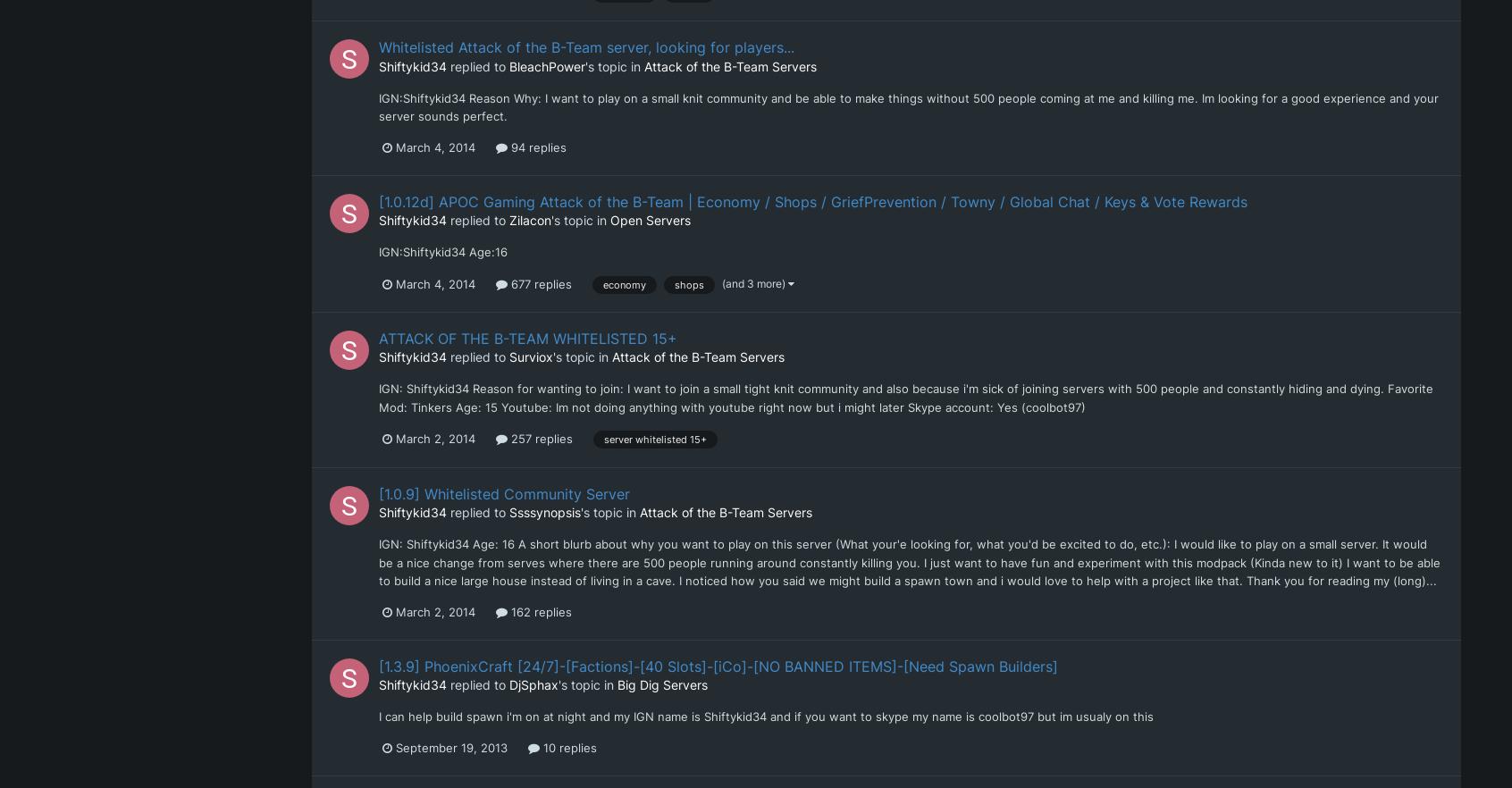 The height and width of the screenshot is (788, 1512). What do you see at coordinates (504, 492) in the screenshot?
I see `'[1.0.9] Whitelisted Community Server'` at bounding box center [504, 492].